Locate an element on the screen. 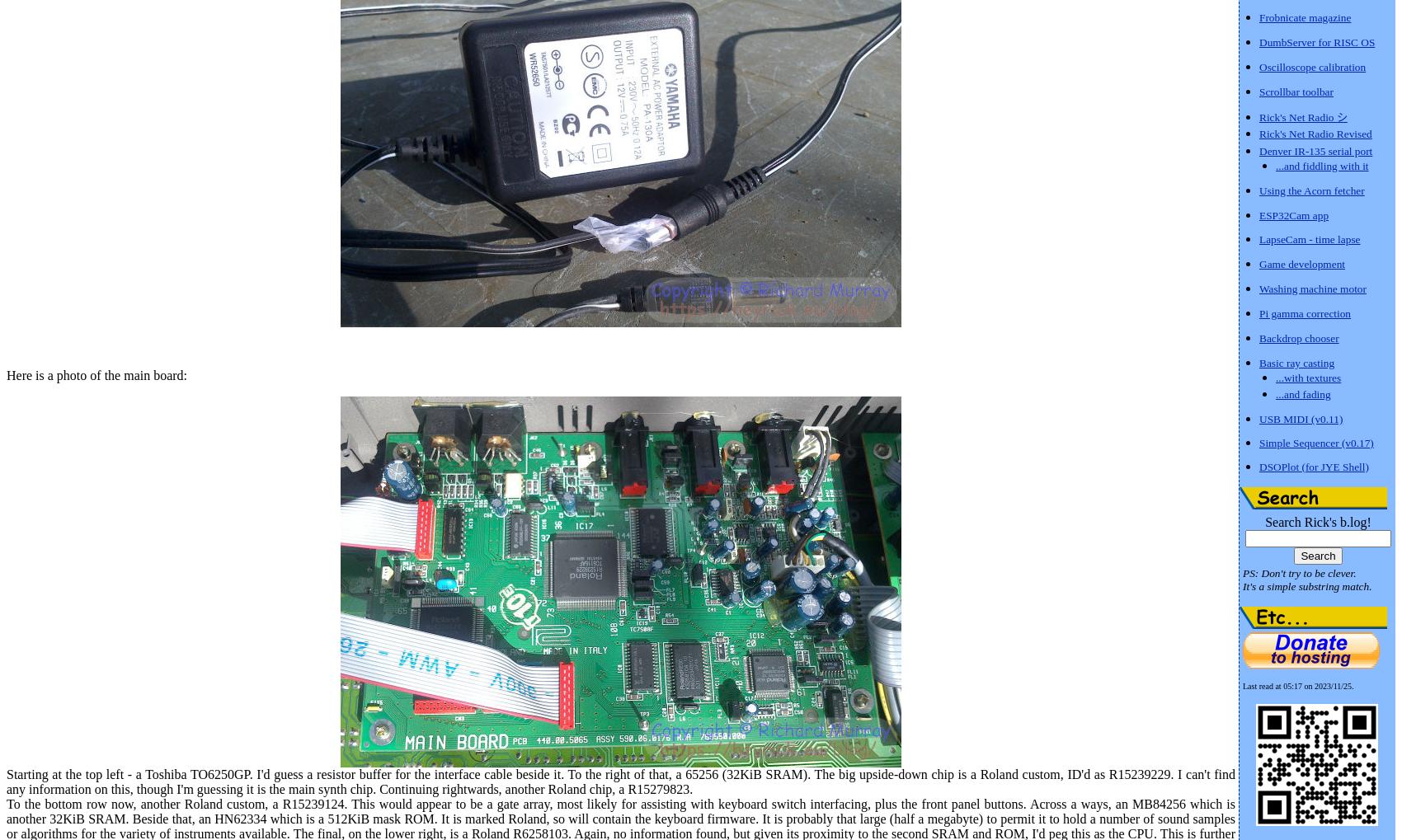 The height and width of the screenshot is (840, 1402). 'Washing machine motor' is located at coordinates (1312, 288).